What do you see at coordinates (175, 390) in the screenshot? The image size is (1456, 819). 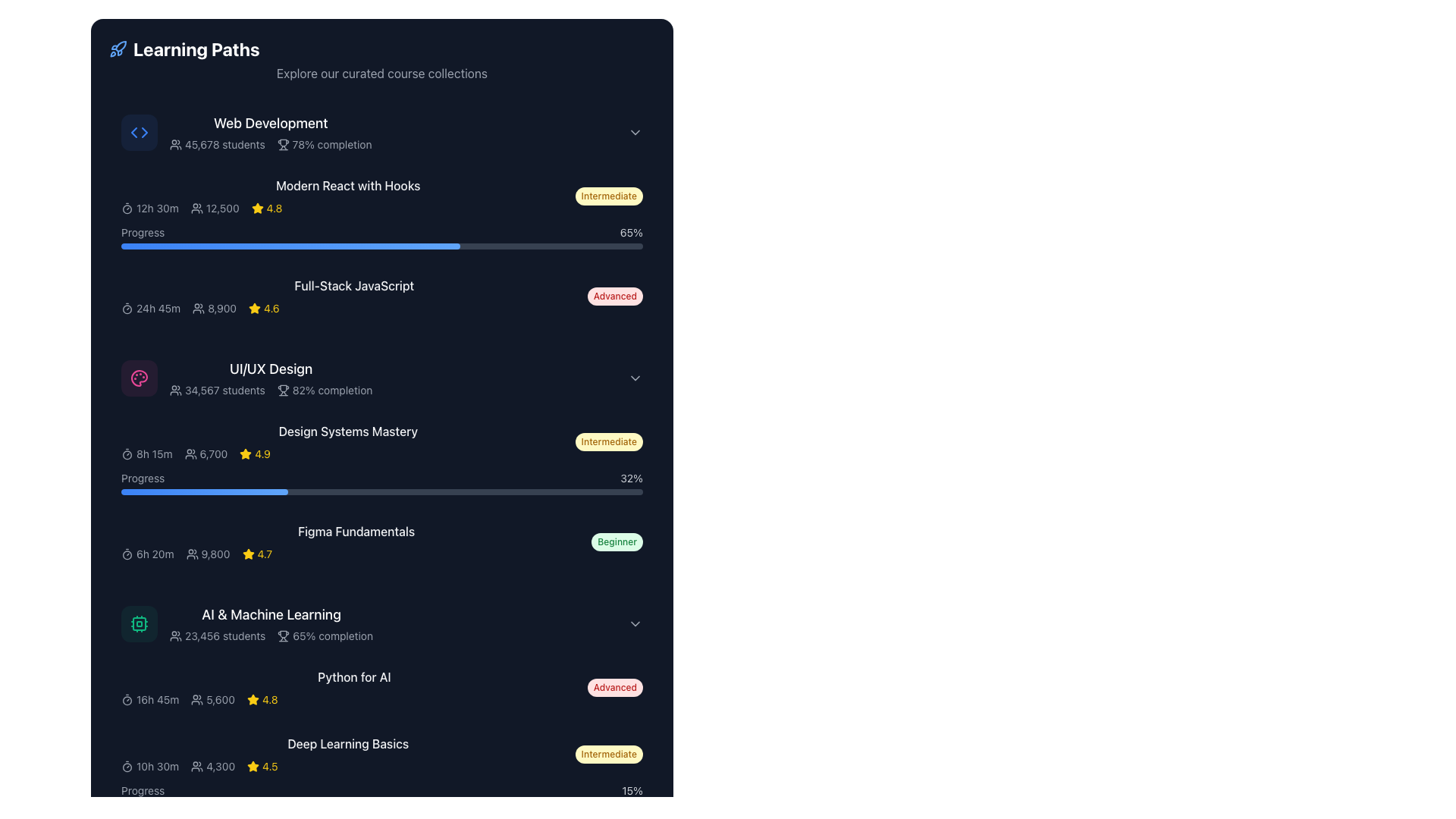 I see `the user icon represented as an SVG graphic, which consists of two overlapping human figures, located to the left of the text '34,567 students' within the 'UI/UX Design' course entry` at bounding box center [175, 390].